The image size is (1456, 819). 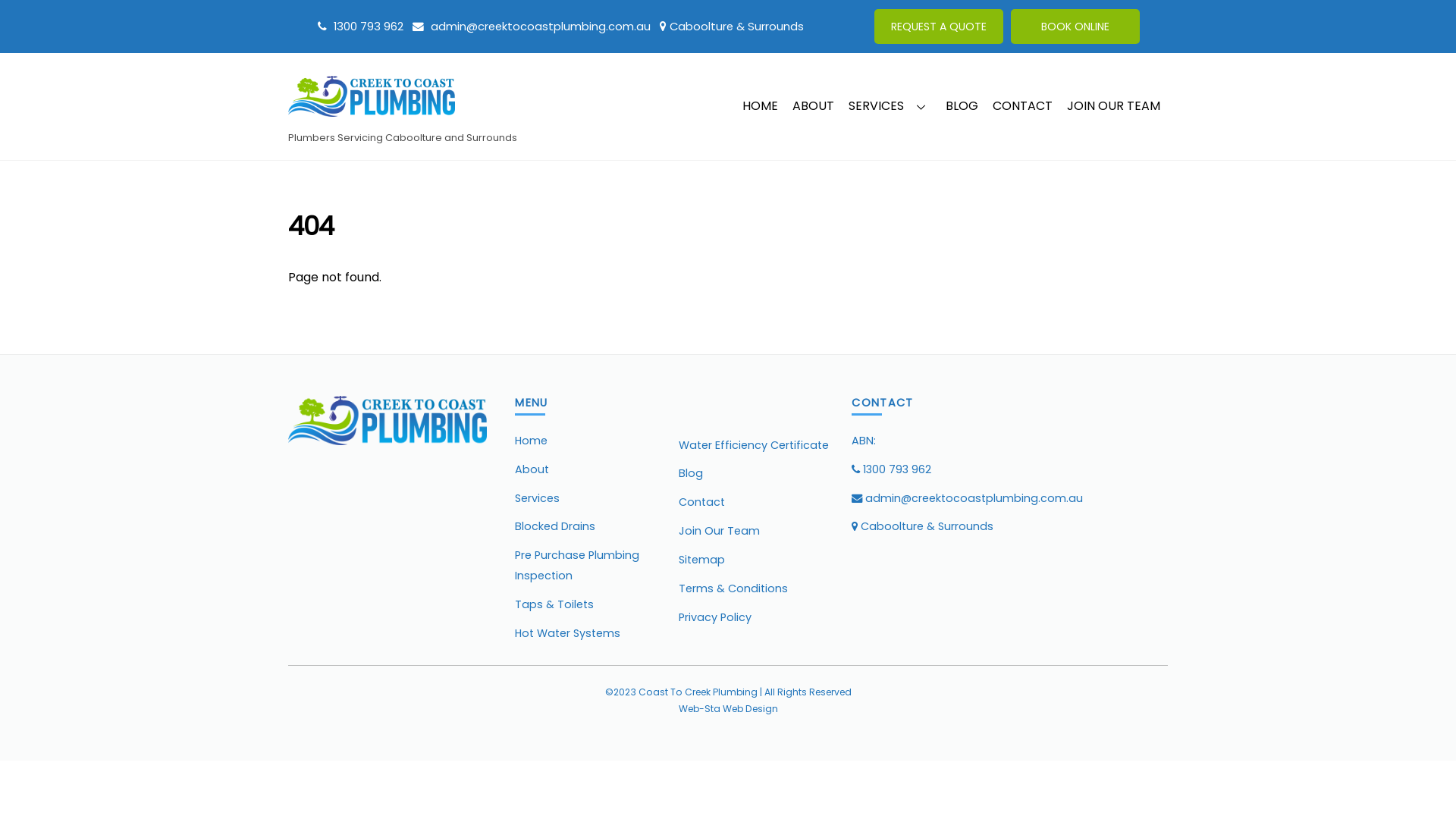 I want to click on 'Taps & Toilets', so click(x=553, y=604).